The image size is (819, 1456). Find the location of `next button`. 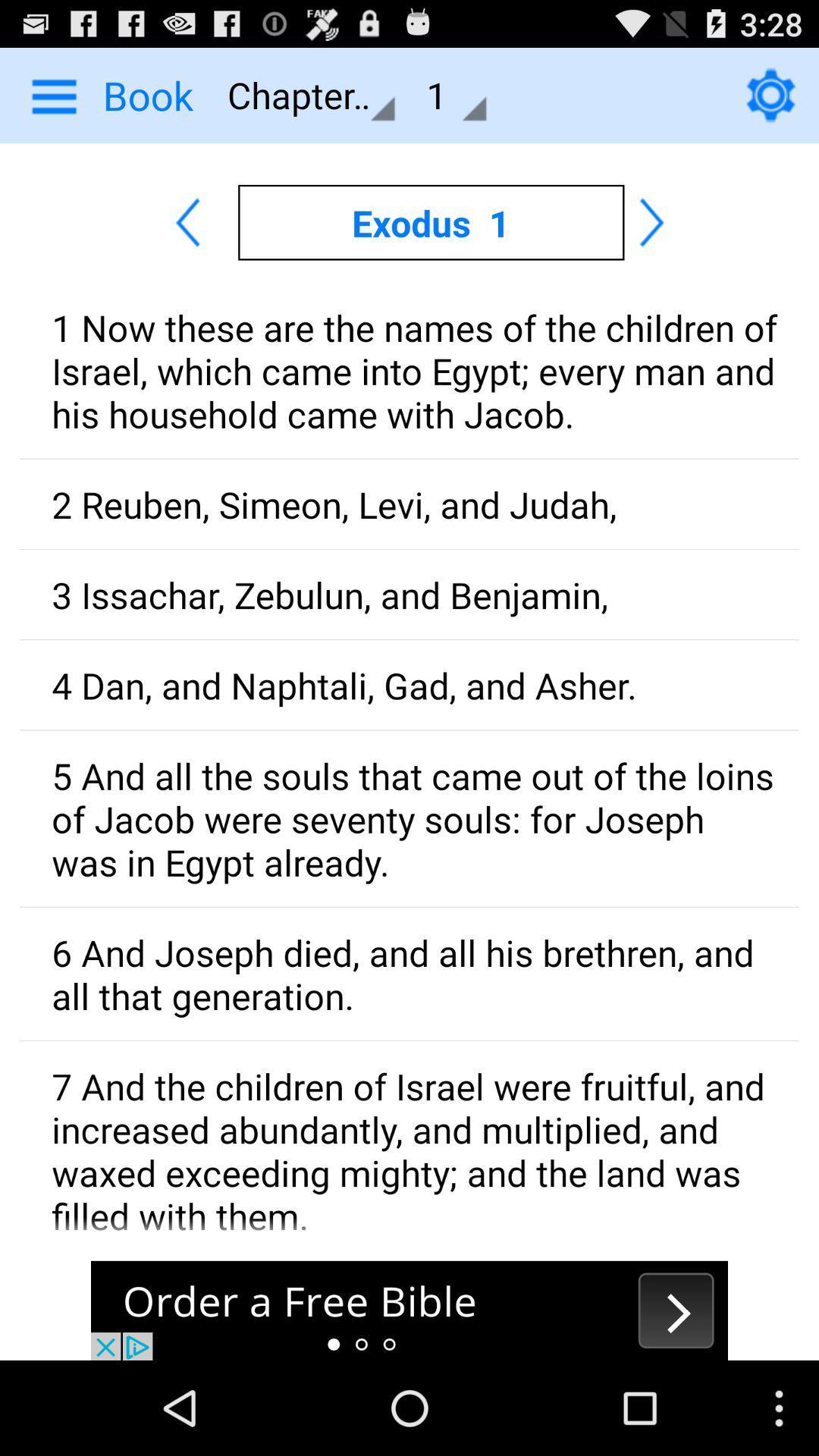

next button is located at coordinates (409, 1310).